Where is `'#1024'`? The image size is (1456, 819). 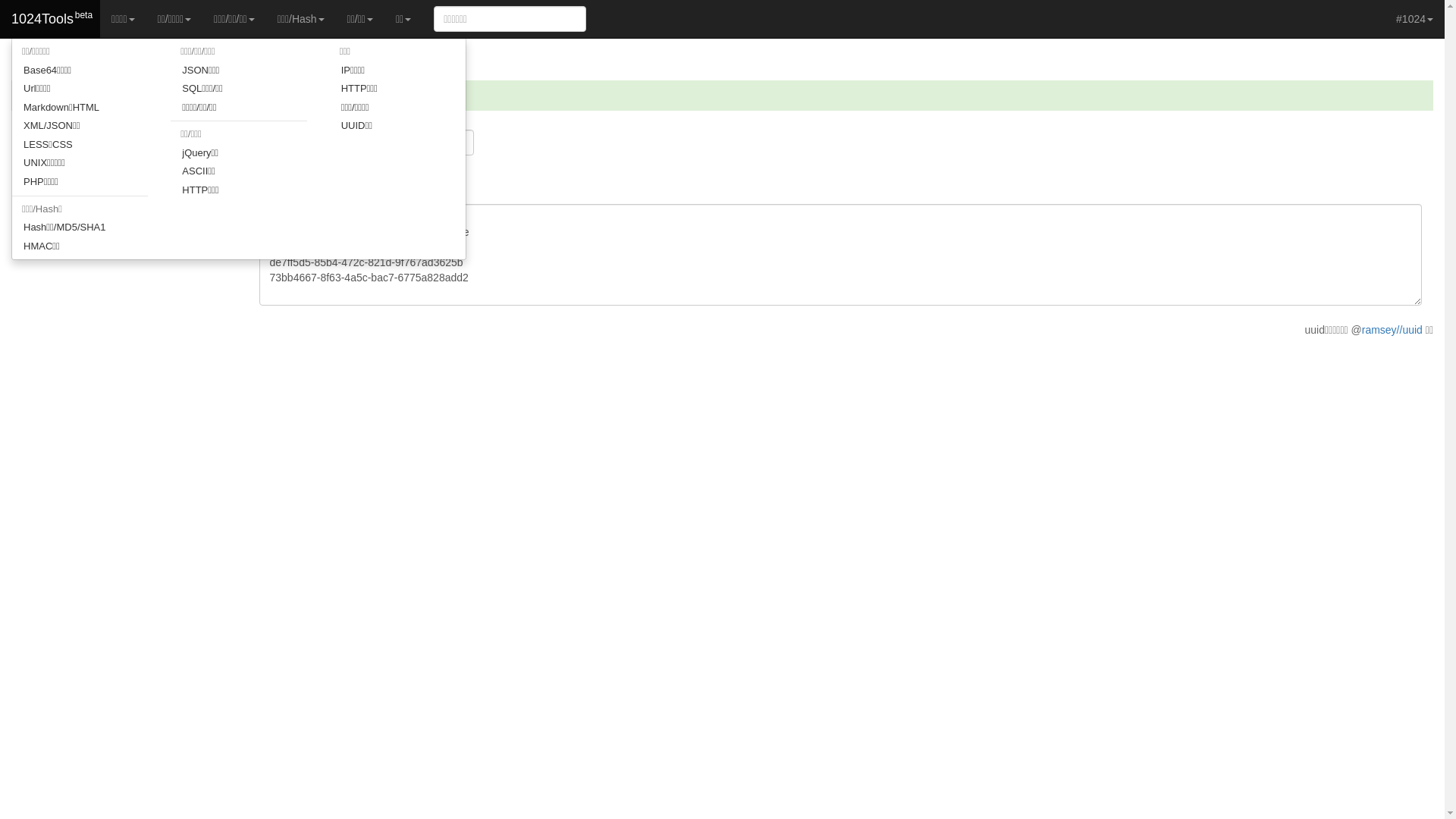
'#1024' is located at coordinates (1414, 18).